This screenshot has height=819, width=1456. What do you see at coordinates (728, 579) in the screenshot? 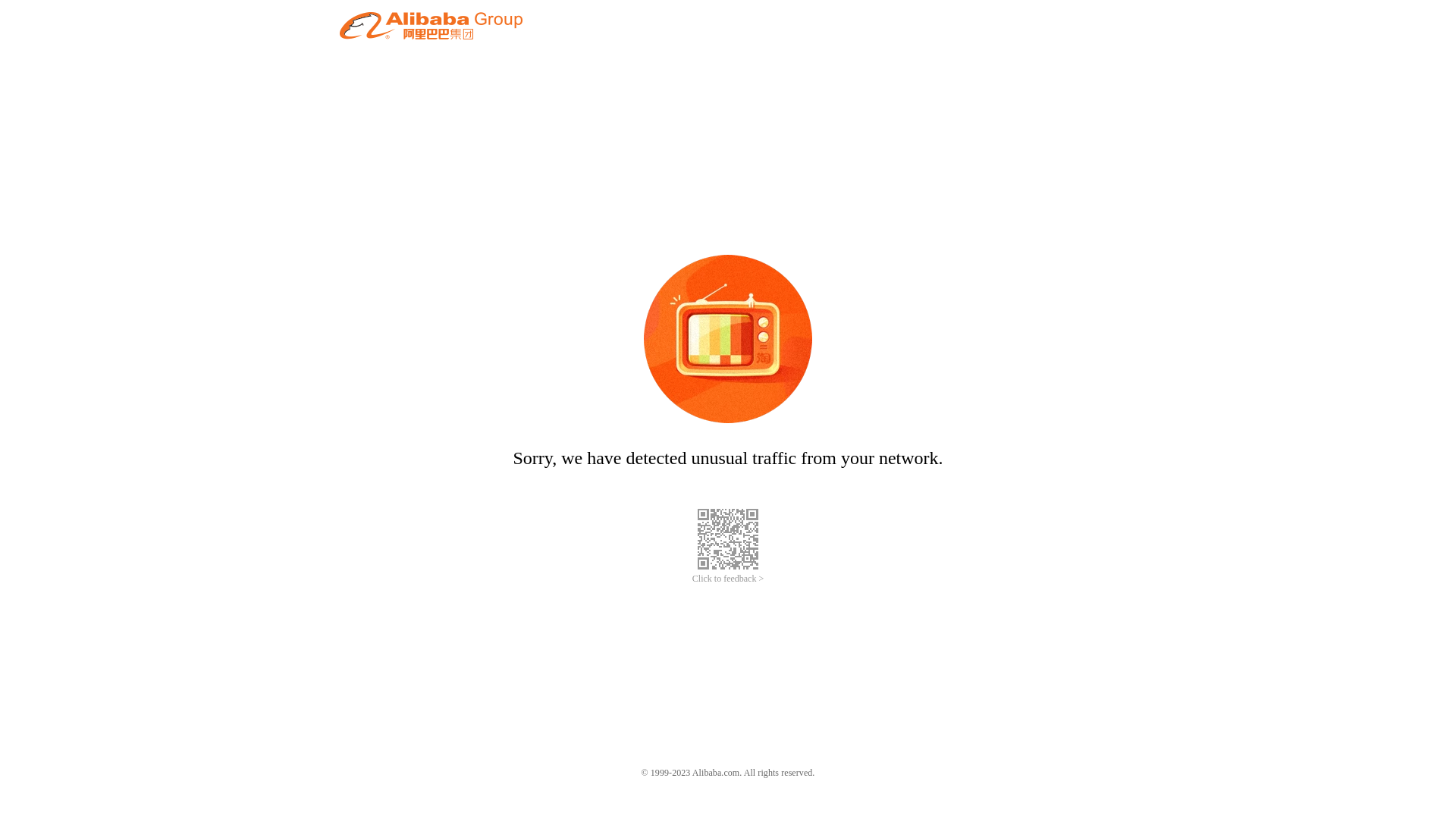
I see `'Click to feedback >'` at bounding box center [728, 579].